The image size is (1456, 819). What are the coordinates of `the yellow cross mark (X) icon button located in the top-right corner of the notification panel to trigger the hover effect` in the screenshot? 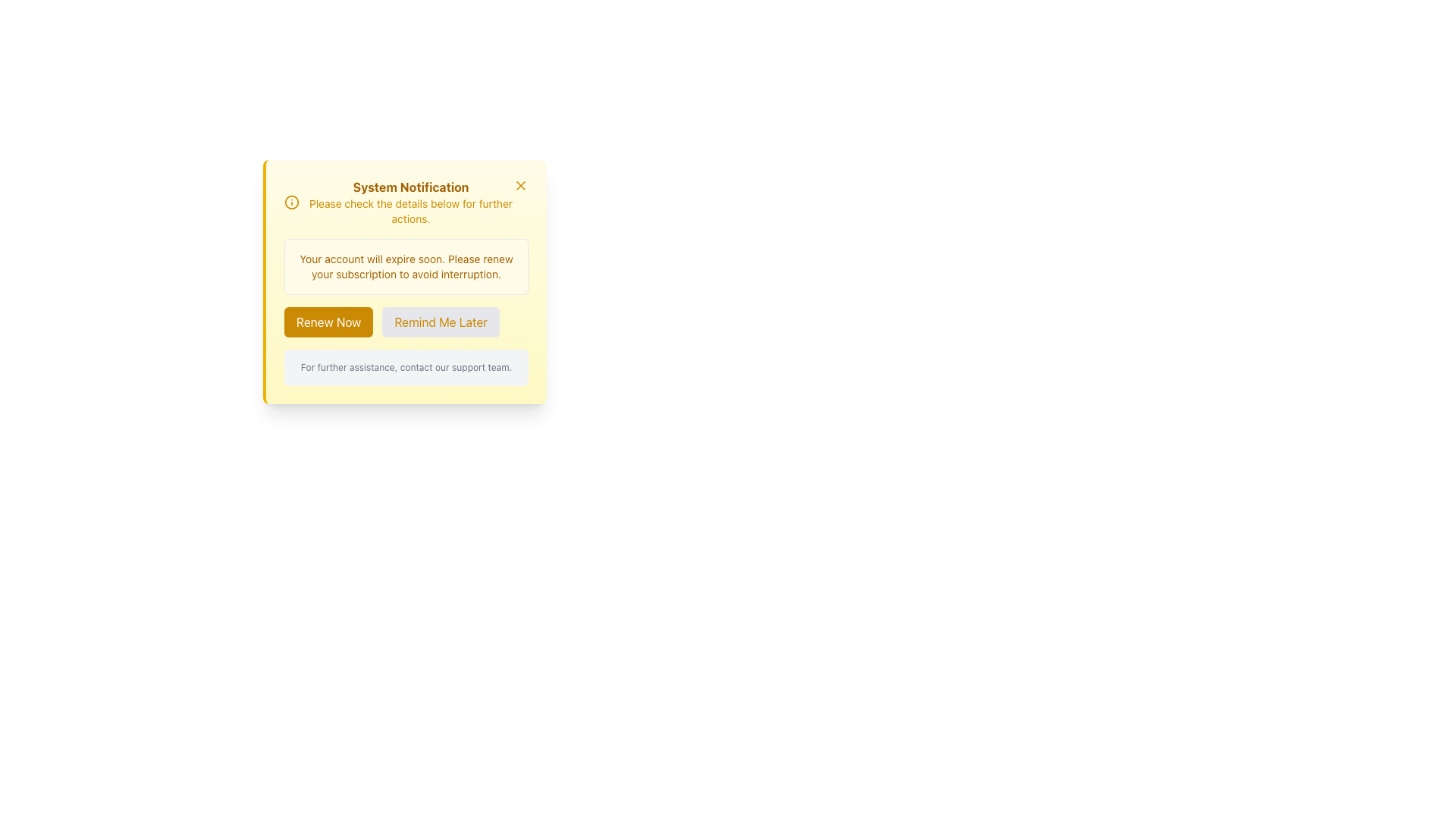 It's located at (520, 185).